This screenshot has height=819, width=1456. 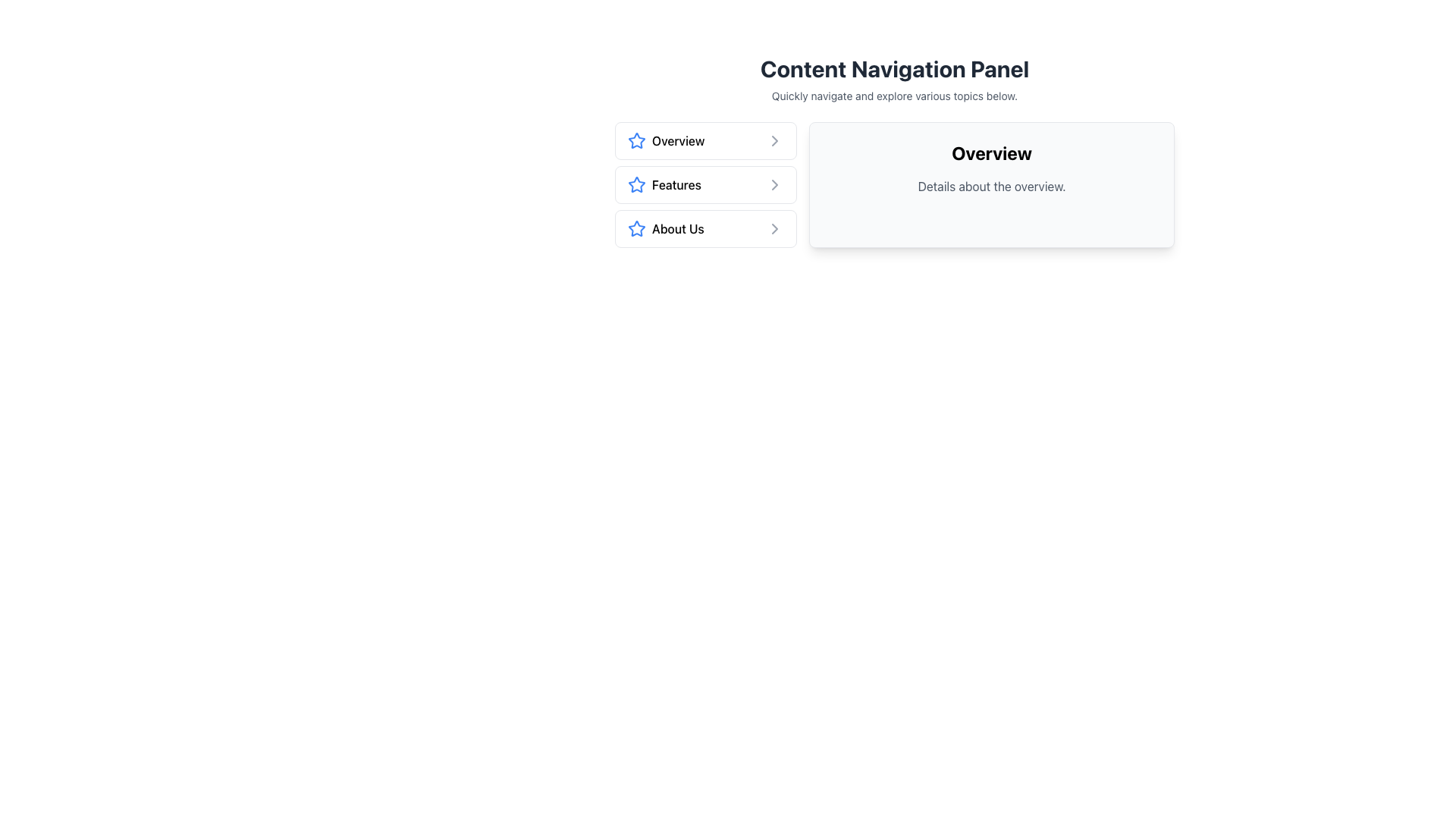 I want to click on the 'Overview' button at the top of the navigation panel, so click(x=705, y=140).